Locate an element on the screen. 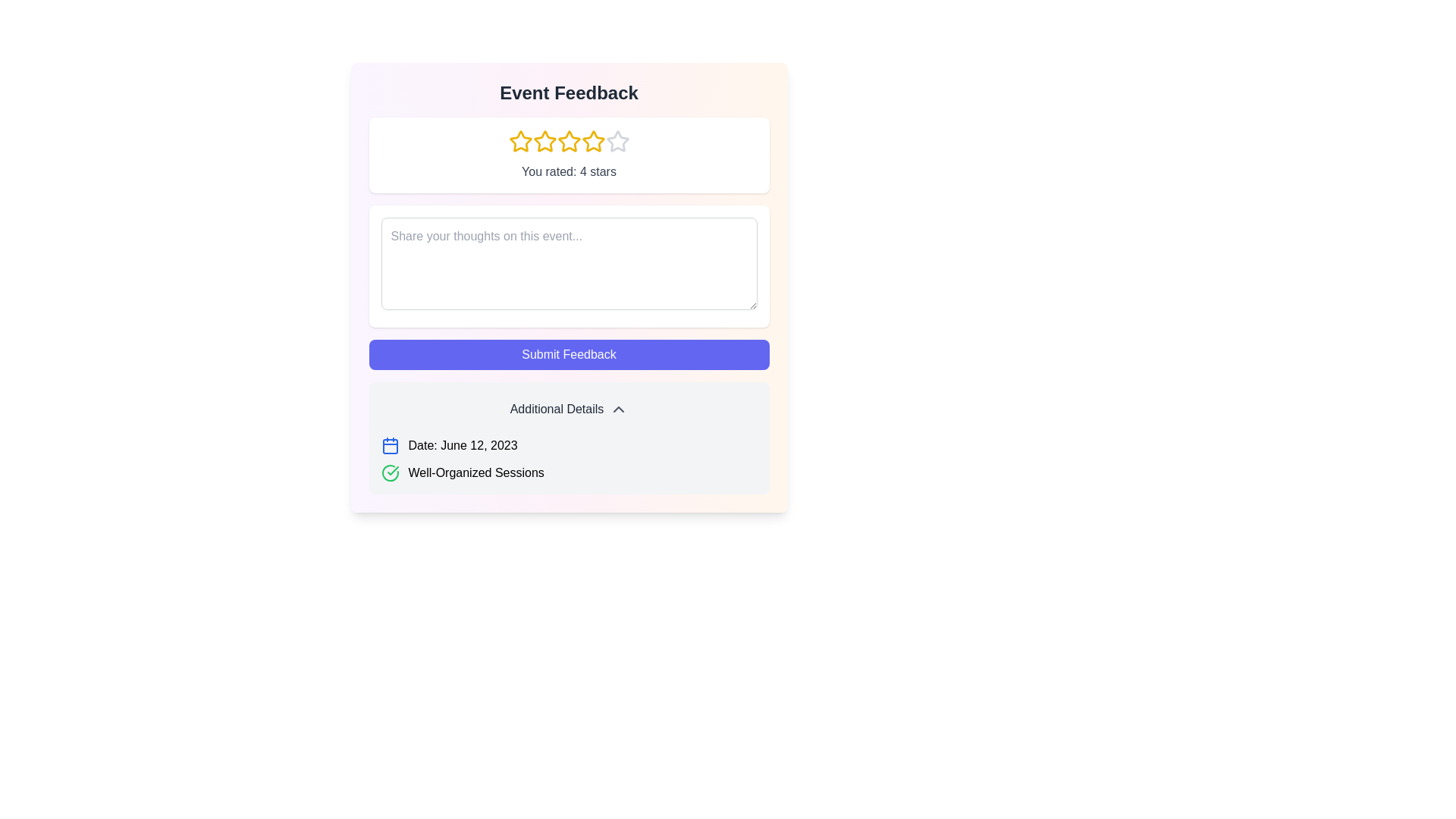  the fifth star icon in the rating component located beneath the title 'Event Feedback' is located at coordinates (617, 141).